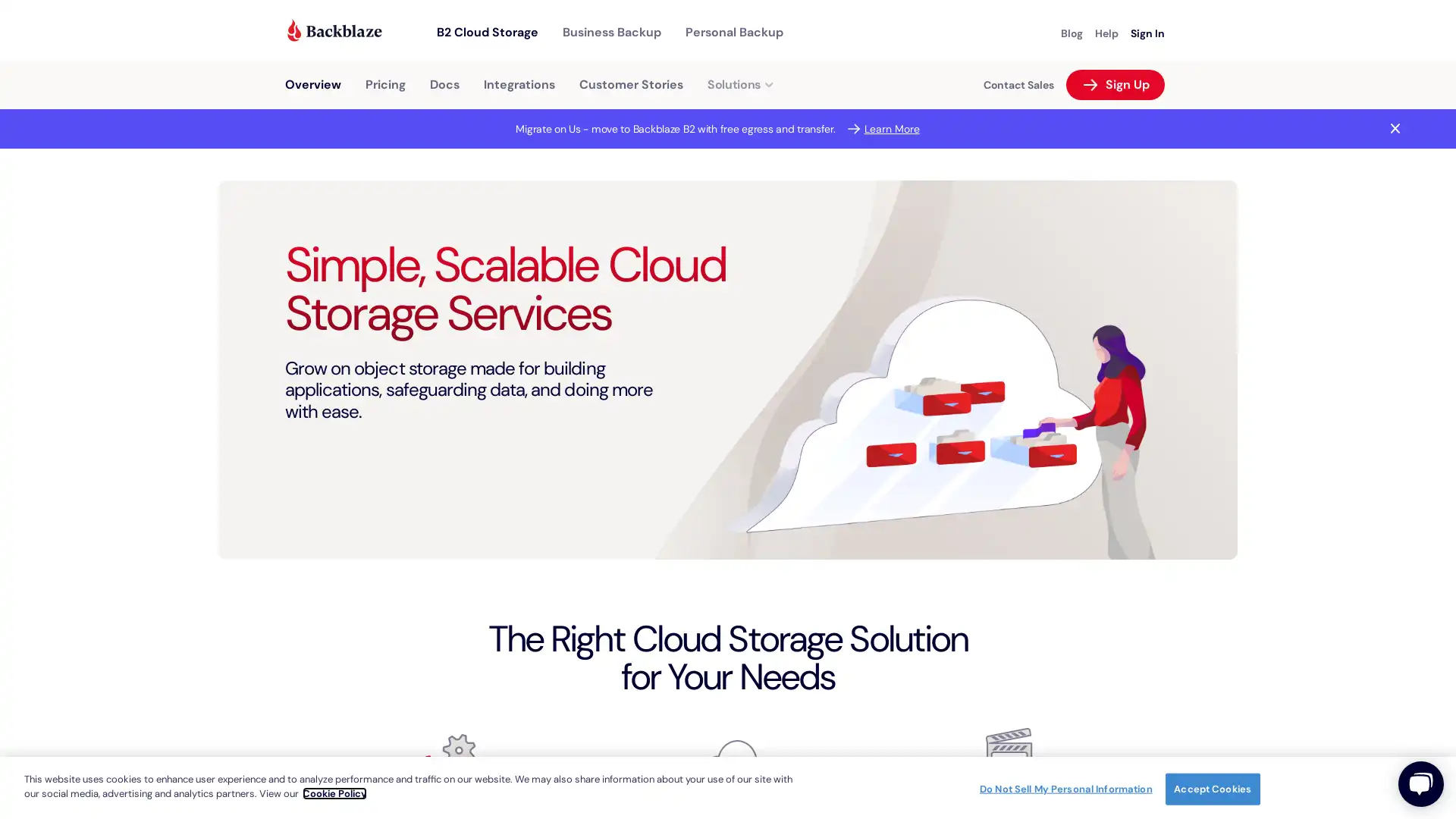  What do you see at coordinates (1211, 788) in the screenshot?
I see `Accept Cookies` at bounding box center [1211, 788].